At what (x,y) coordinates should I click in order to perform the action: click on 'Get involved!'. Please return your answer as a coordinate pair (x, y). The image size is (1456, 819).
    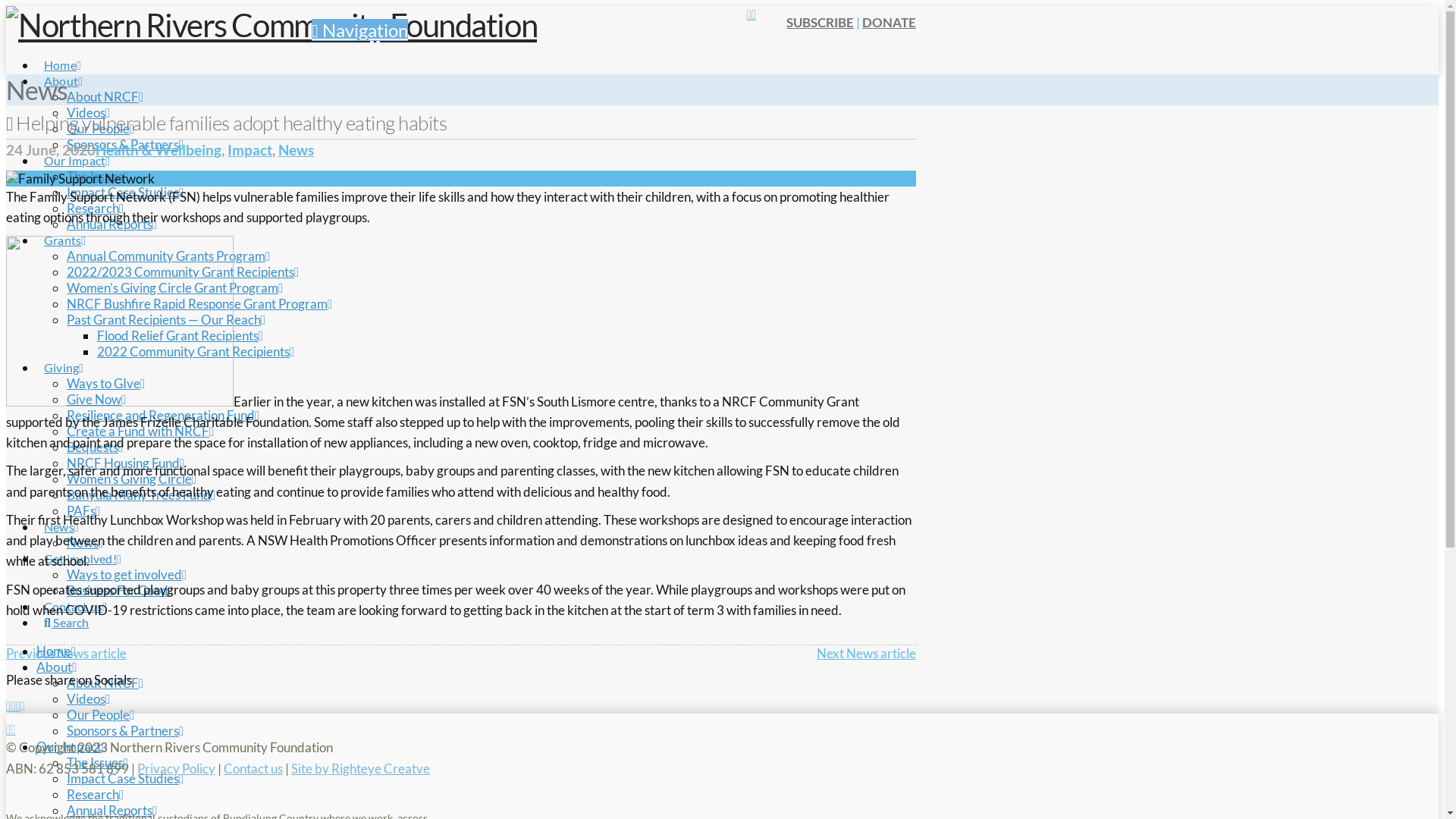
    Looking at the image, I should click on (82, 543).